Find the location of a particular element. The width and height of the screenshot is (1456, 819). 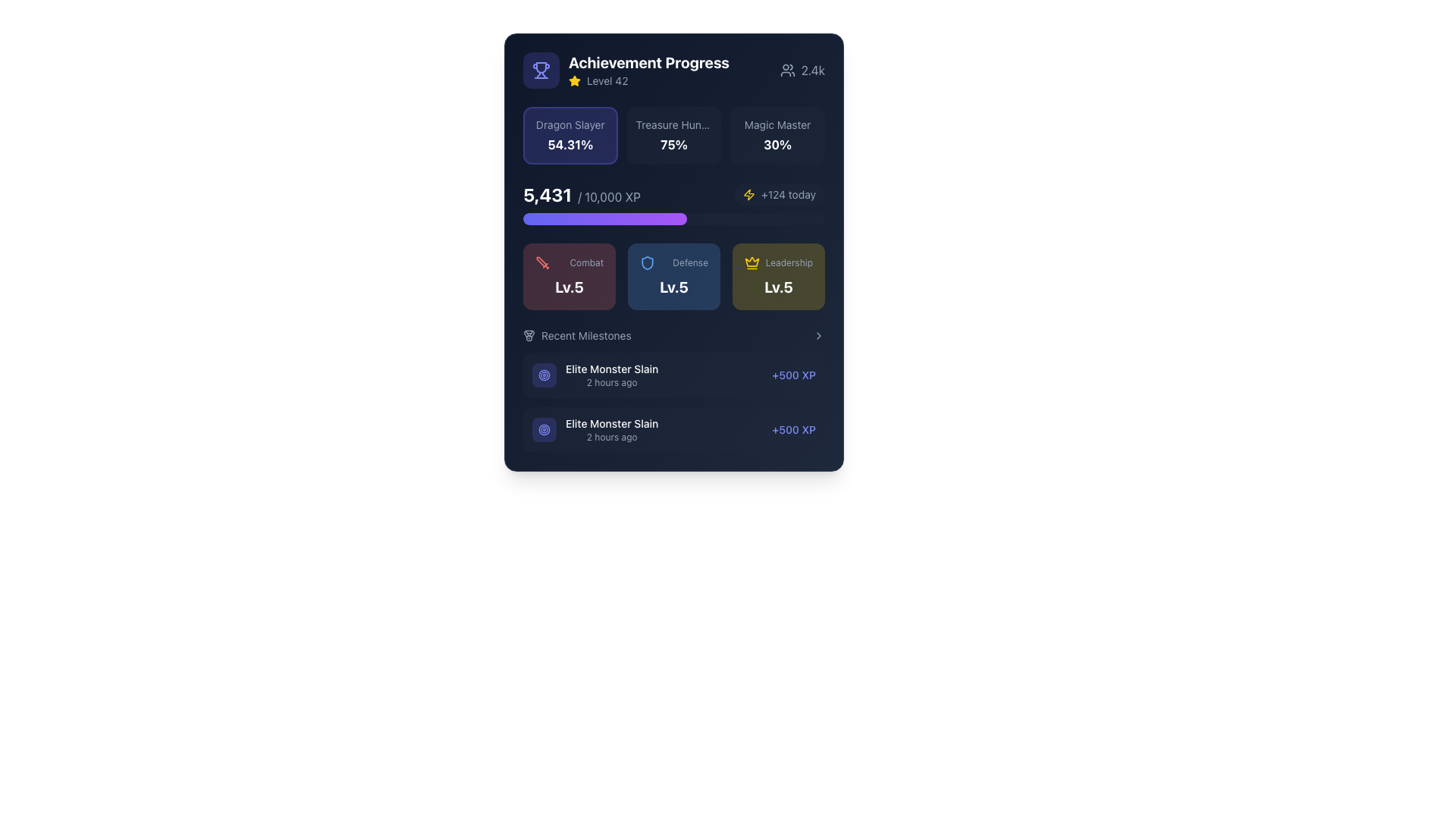

the 'Elite Monster Slain' text label in the 'Recent Milestones' section to use it as a reference is located at coordinates (612, 430).